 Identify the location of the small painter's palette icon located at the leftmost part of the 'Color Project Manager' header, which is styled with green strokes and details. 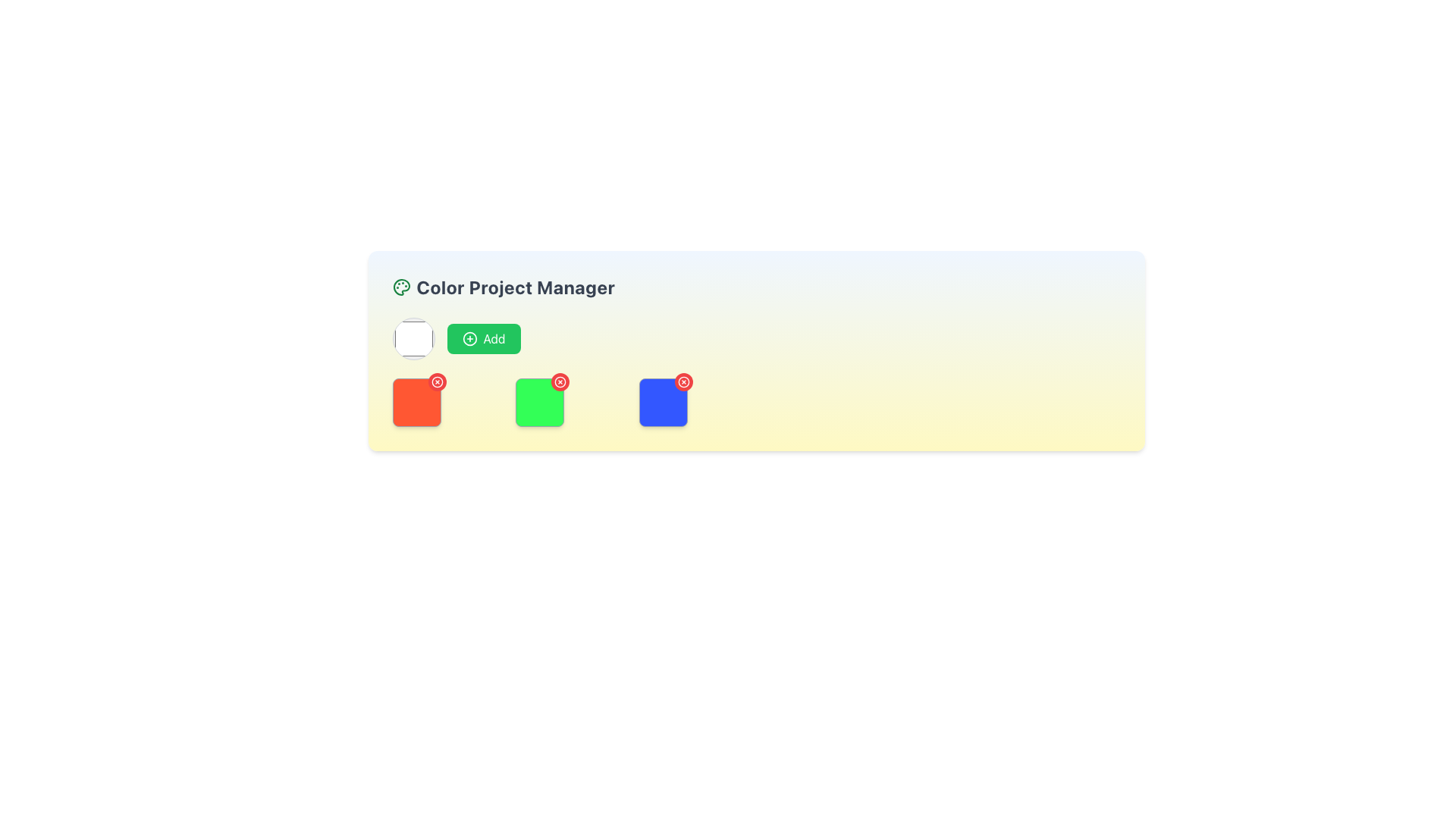
(401, 287).